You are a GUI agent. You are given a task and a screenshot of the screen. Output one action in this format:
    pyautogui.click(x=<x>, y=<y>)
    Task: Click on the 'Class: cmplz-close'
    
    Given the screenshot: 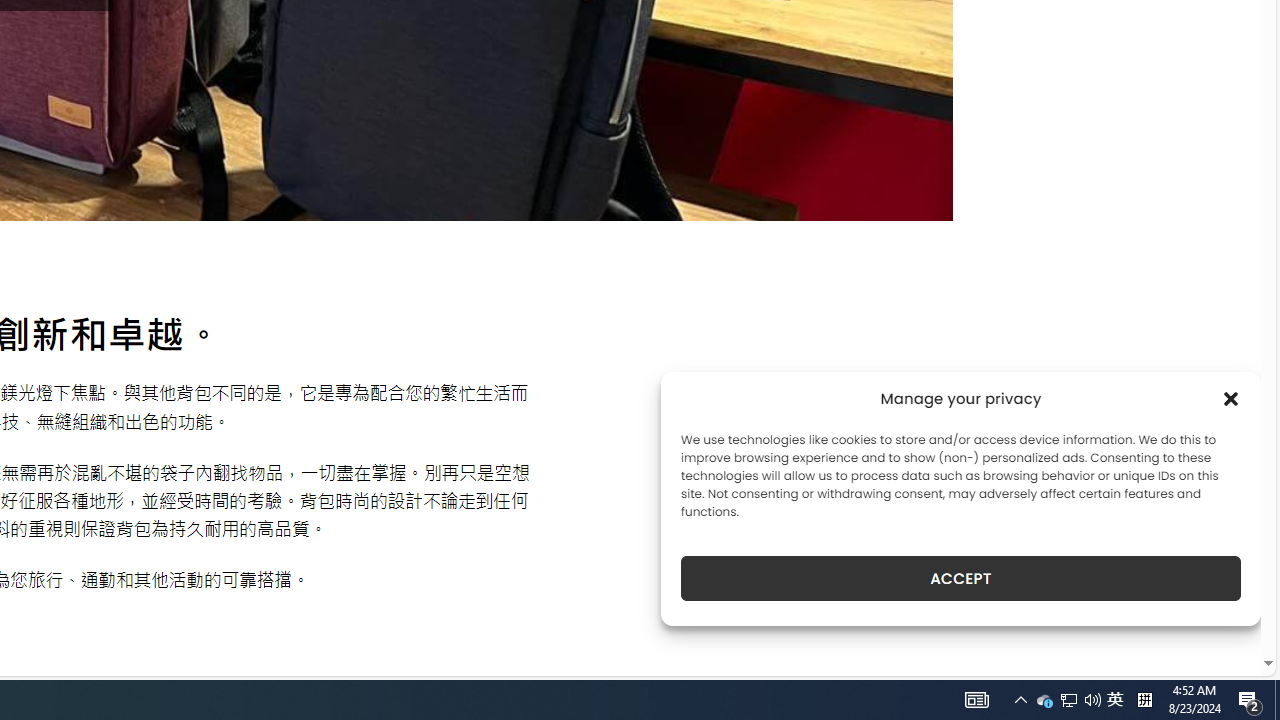 What is the action you would take?
    pyautogui.click(x=1230, y=398)
    